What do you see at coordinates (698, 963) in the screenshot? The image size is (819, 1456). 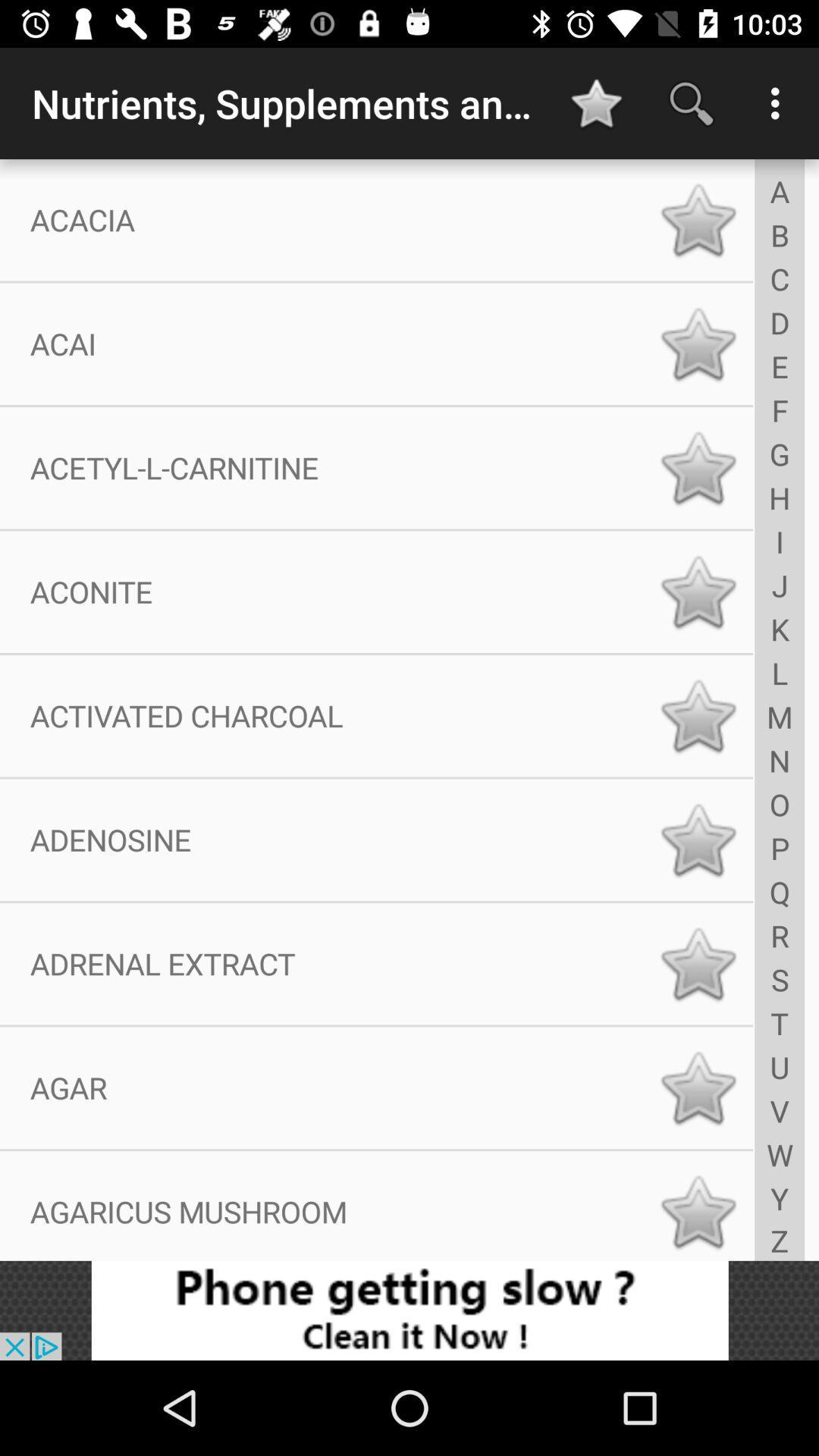 I see `adrenal extract` at bounding box center [698, 963].